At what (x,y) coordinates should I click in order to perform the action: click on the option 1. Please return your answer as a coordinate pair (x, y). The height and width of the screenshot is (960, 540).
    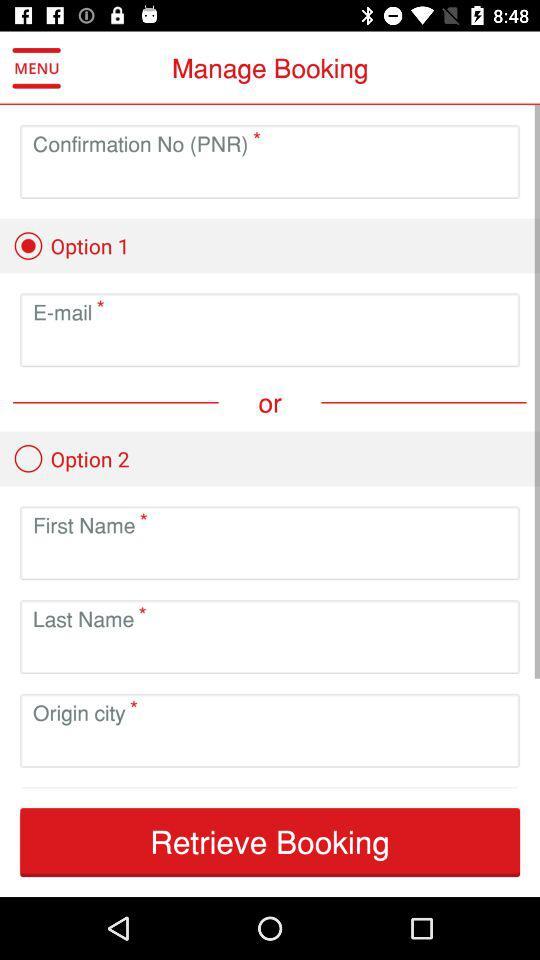
    Looking at the image, I should click on (70, 245).